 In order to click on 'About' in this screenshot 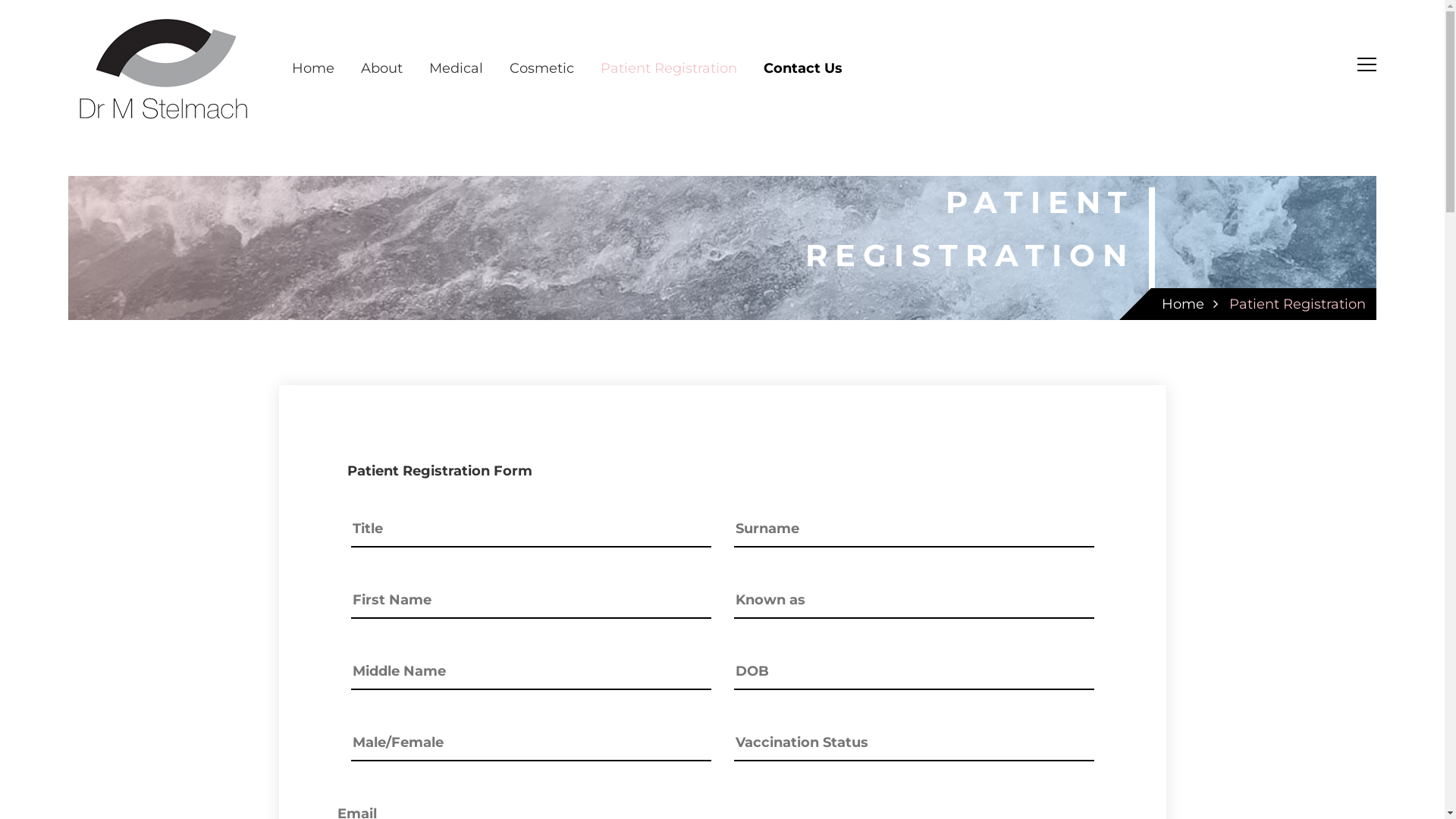, I will do `click(381, 67)`.